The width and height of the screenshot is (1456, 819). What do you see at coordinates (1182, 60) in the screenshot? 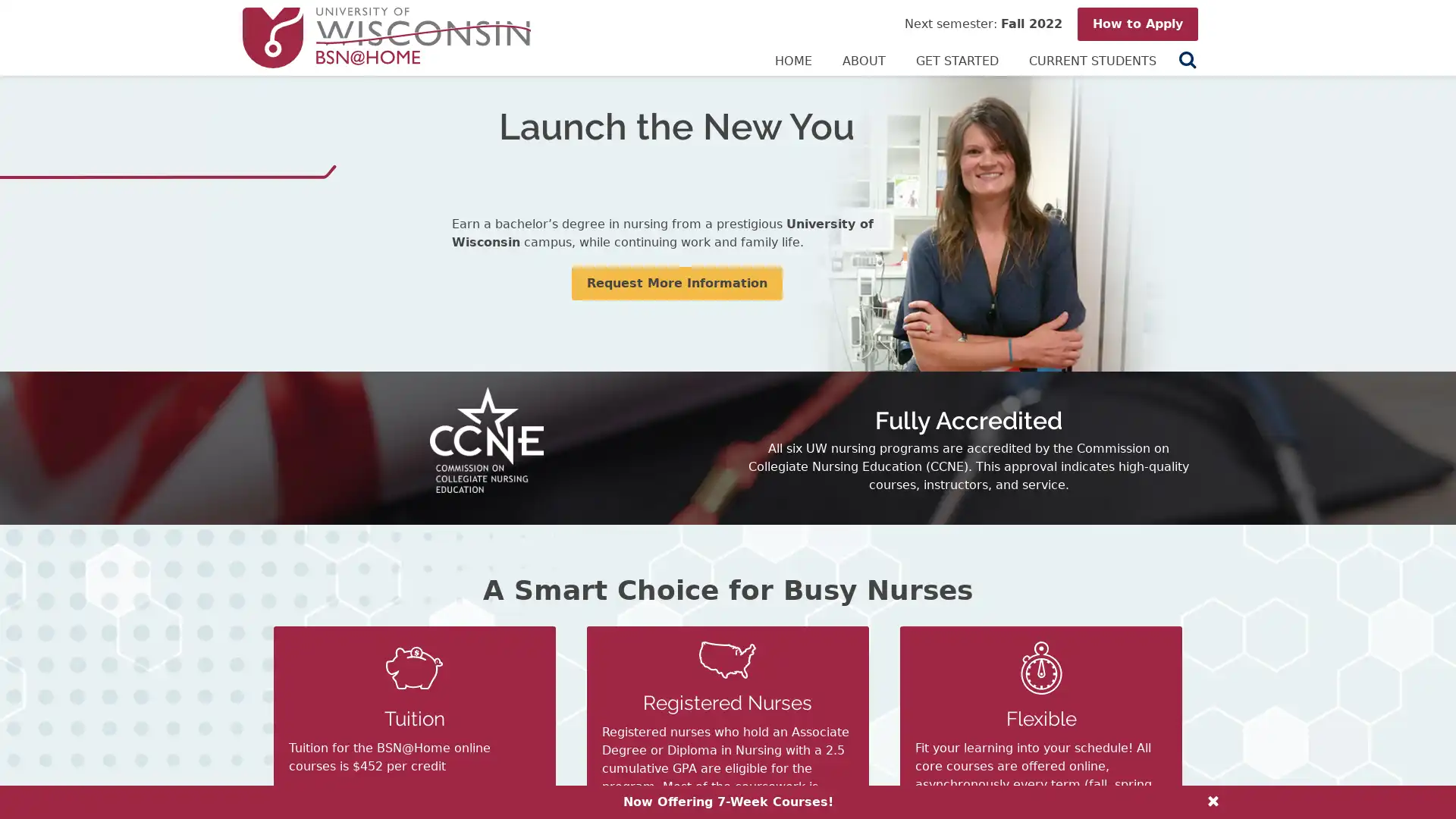
I see `Go!` at bounding box center [1182, 60].